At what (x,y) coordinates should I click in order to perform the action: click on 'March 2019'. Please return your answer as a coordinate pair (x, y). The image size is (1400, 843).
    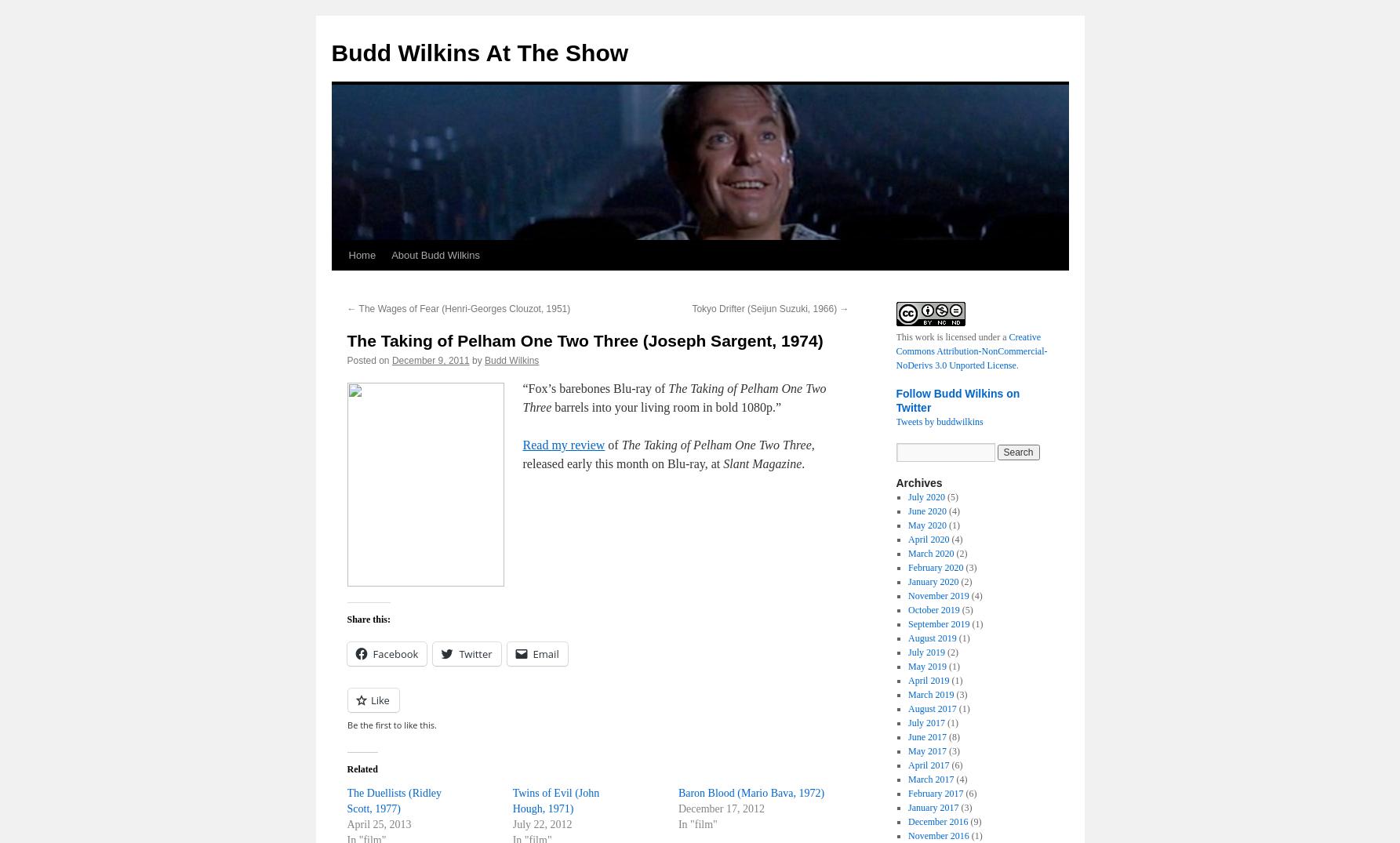
    Looking at the image, I should click on (930, 694).